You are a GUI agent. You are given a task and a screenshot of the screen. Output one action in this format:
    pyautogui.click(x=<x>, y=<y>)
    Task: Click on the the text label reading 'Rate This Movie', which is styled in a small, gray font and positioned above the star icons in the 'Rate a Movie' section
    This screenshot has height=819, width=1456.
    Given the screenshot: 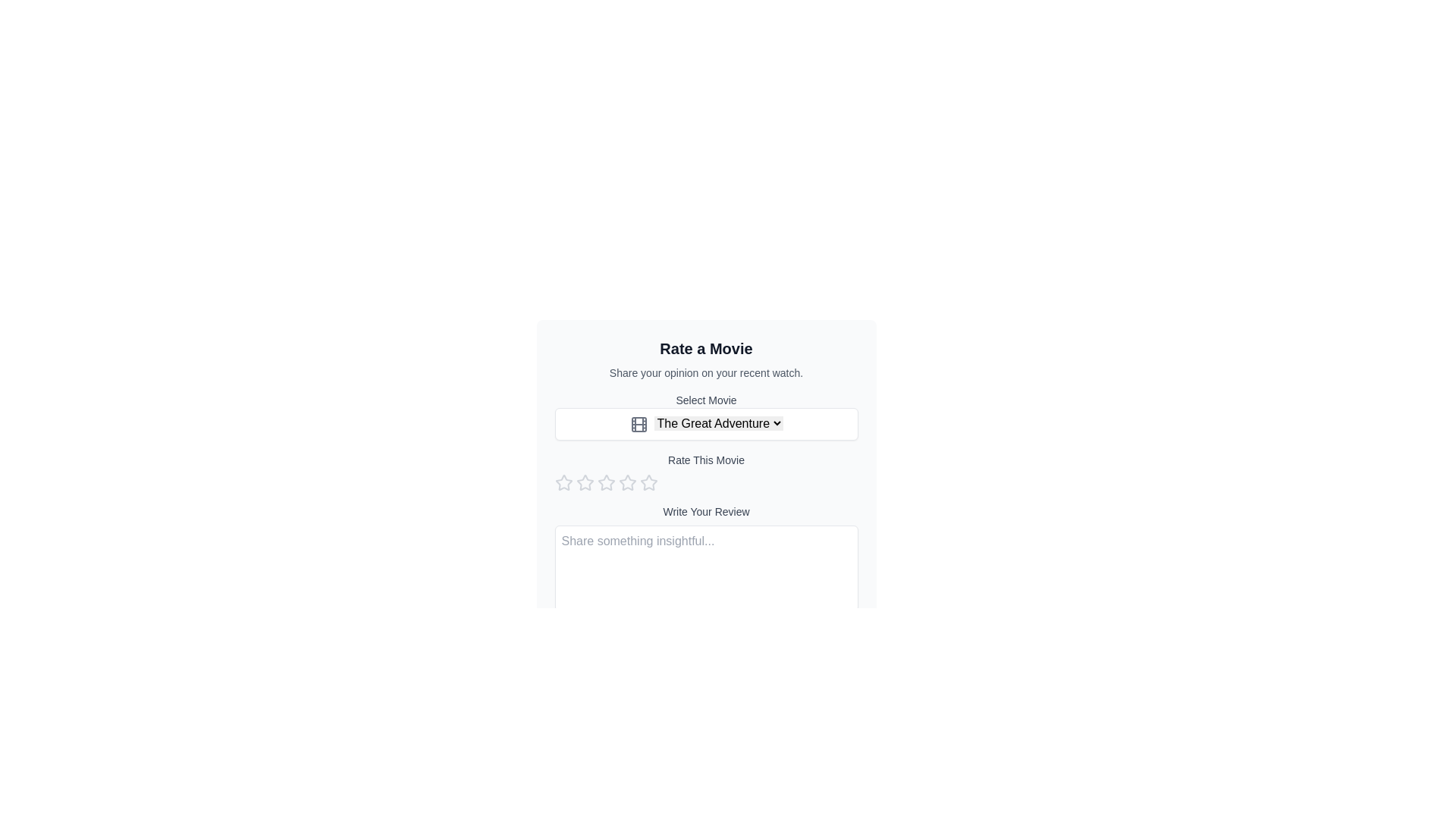 What is the action you would take?
    pyautogui.click(x=705, y=459)
    